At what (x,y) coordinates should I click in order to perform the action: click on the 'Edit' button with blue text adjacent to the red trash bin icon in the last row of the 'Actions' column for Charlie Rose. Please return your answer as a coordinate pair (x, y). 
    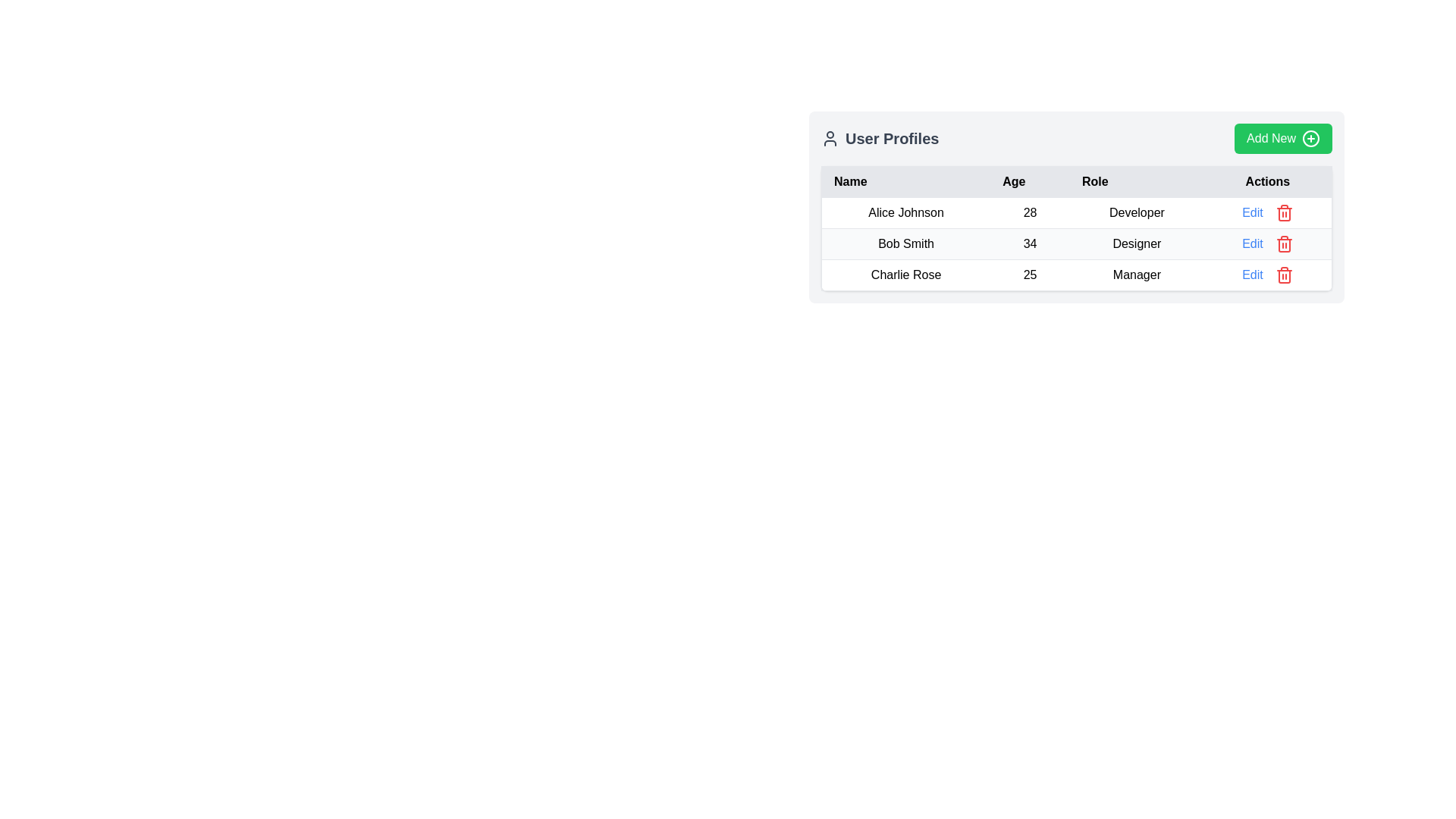
    Looking at the image, I should click on (1267, 275).